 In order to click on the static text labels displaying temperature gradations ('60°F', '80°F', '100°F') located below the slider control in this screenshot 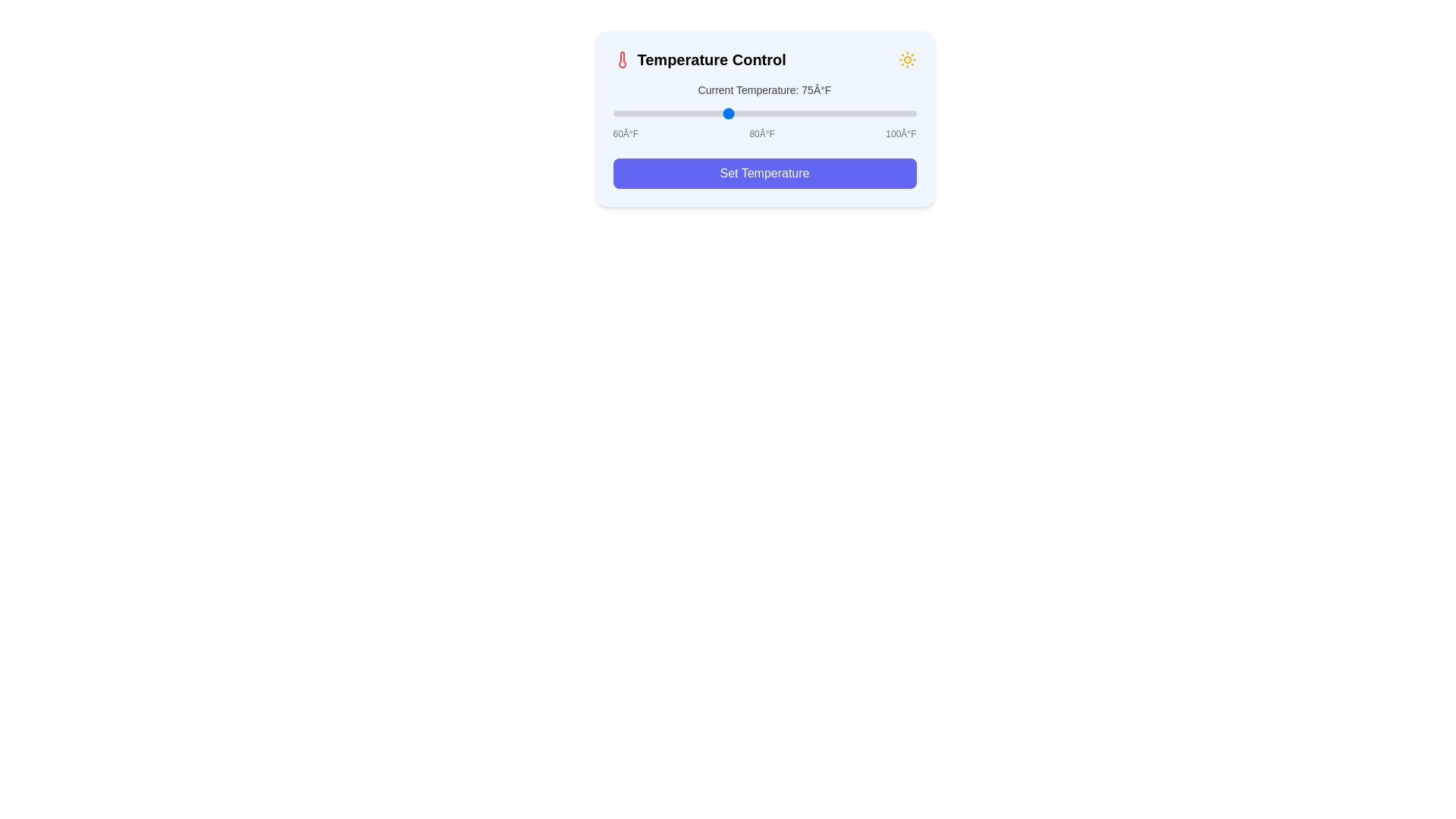, I will do `click(764, 133)`.